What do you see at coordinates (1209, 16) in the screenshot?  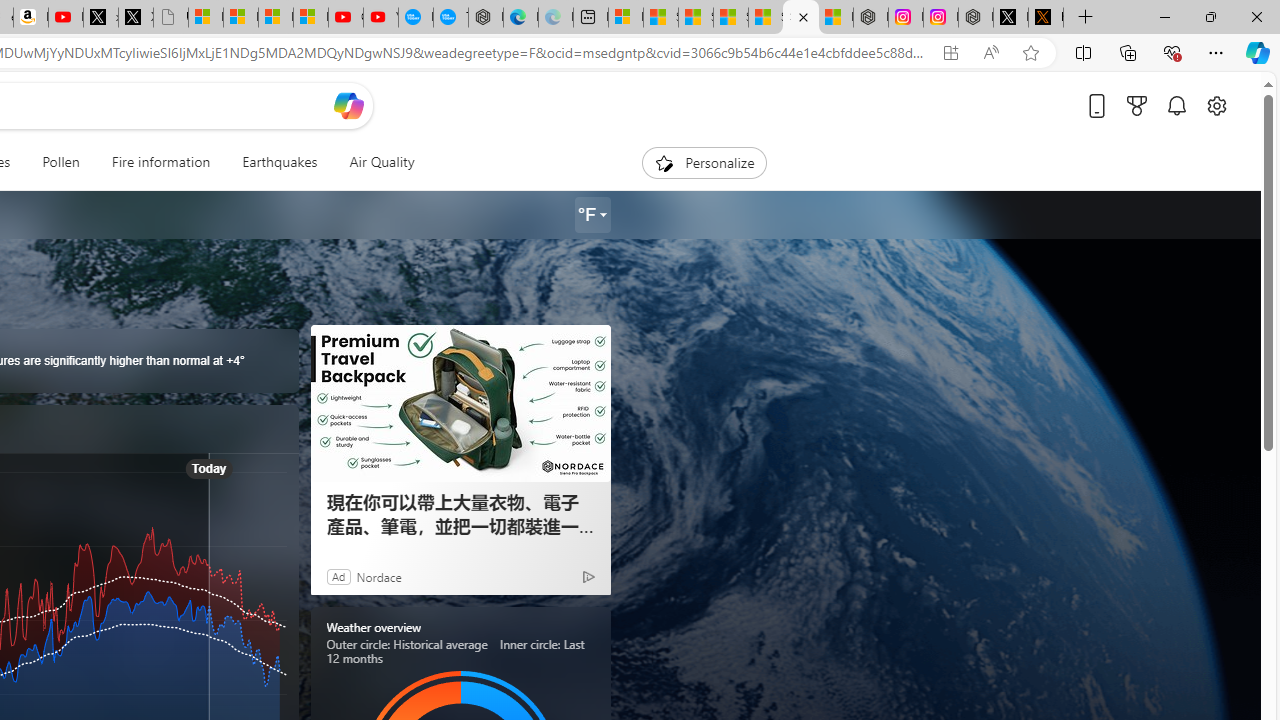 I see `'Restore'` at bounding box center [1209, 16].